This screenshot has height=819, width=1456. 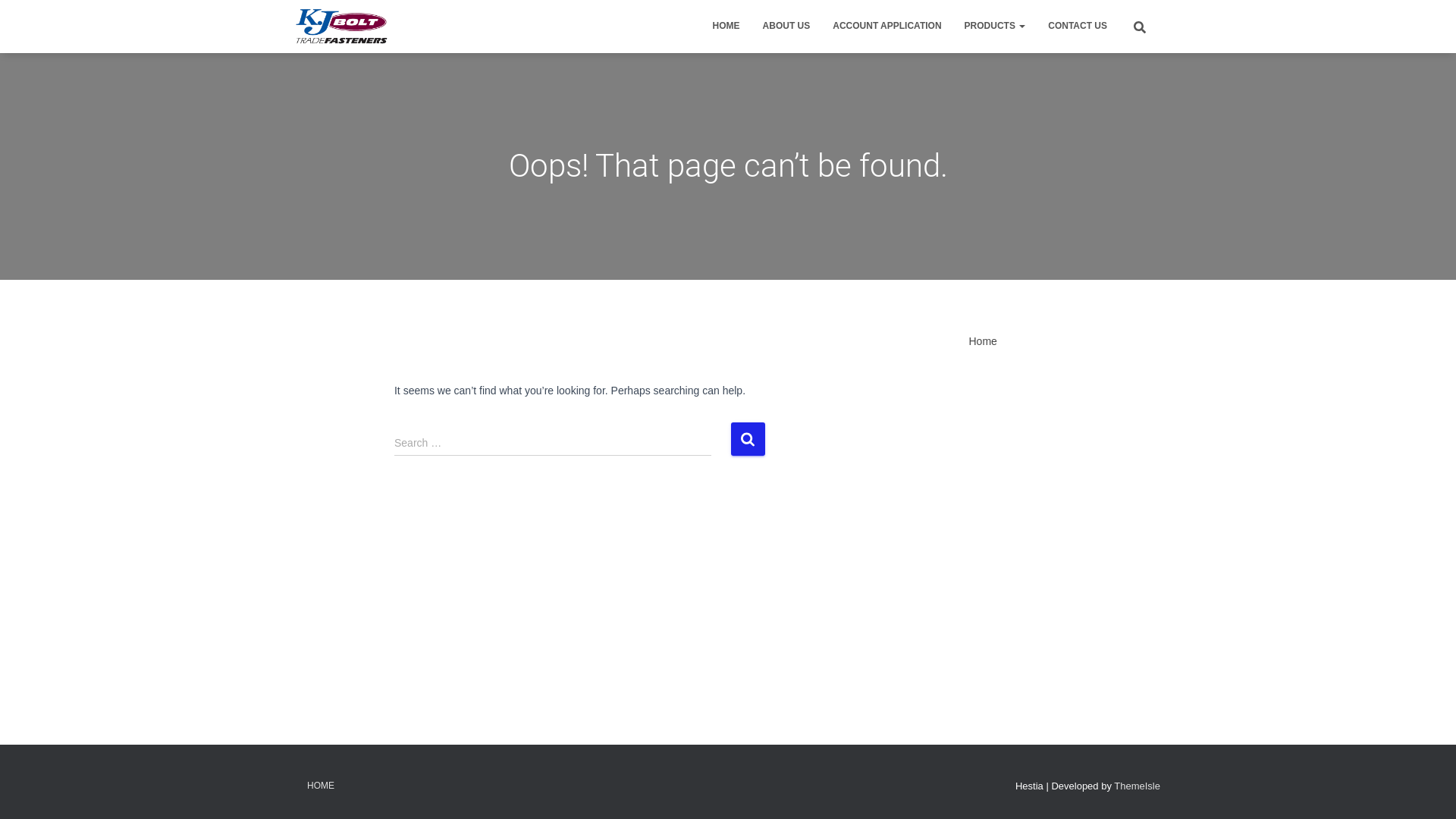 I want to click on 'Search', so click(x=731, y=438).